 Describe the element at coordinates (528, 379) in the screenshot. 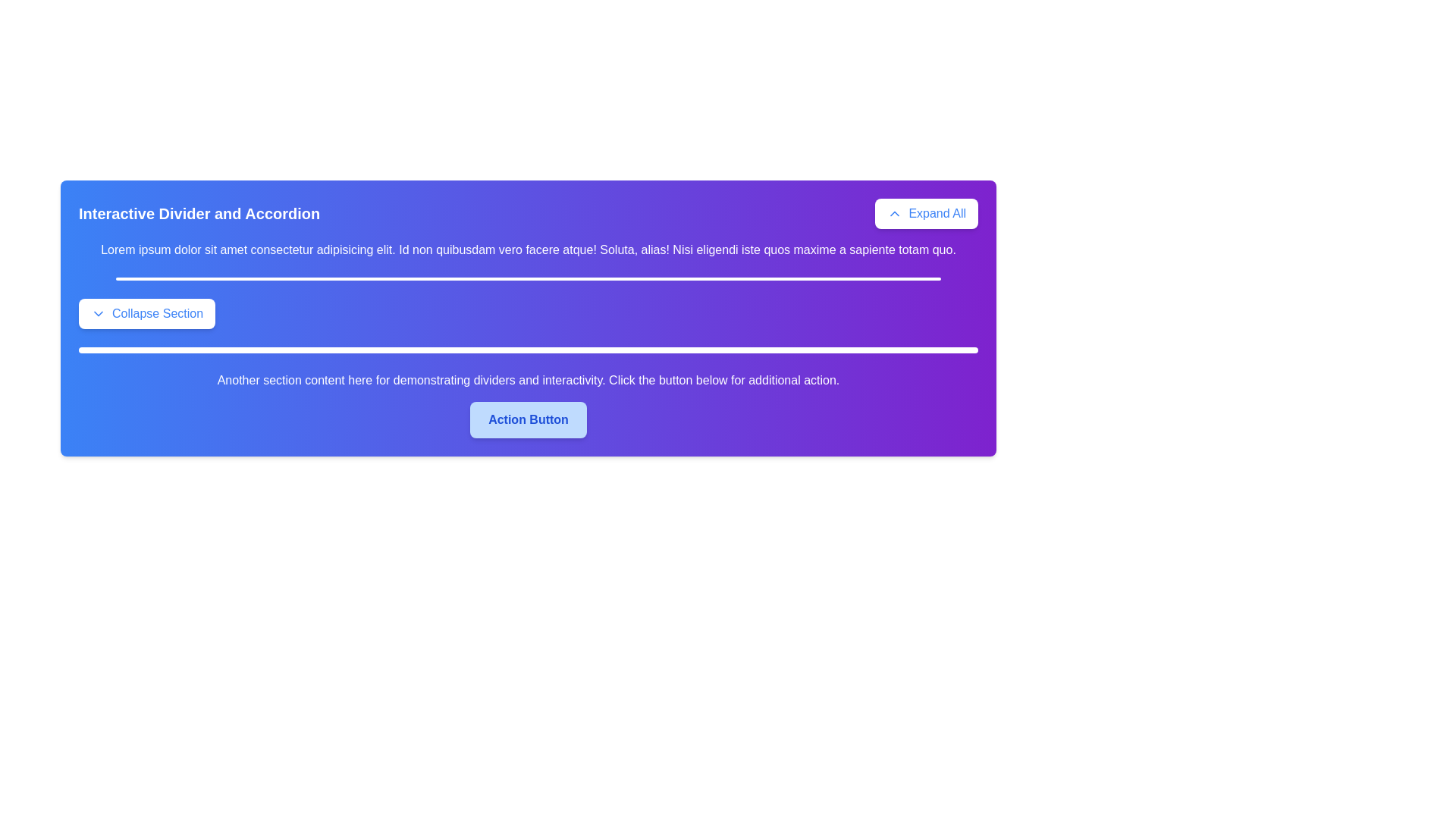

I see `text block containing the sentence 'Another section content here for demonstrating dividers and interactivity. Click the button below for additional action.' which is situated above the 'Action Button' and below a white horizontal divider line, centered horizontally in a gradient background` at that location.